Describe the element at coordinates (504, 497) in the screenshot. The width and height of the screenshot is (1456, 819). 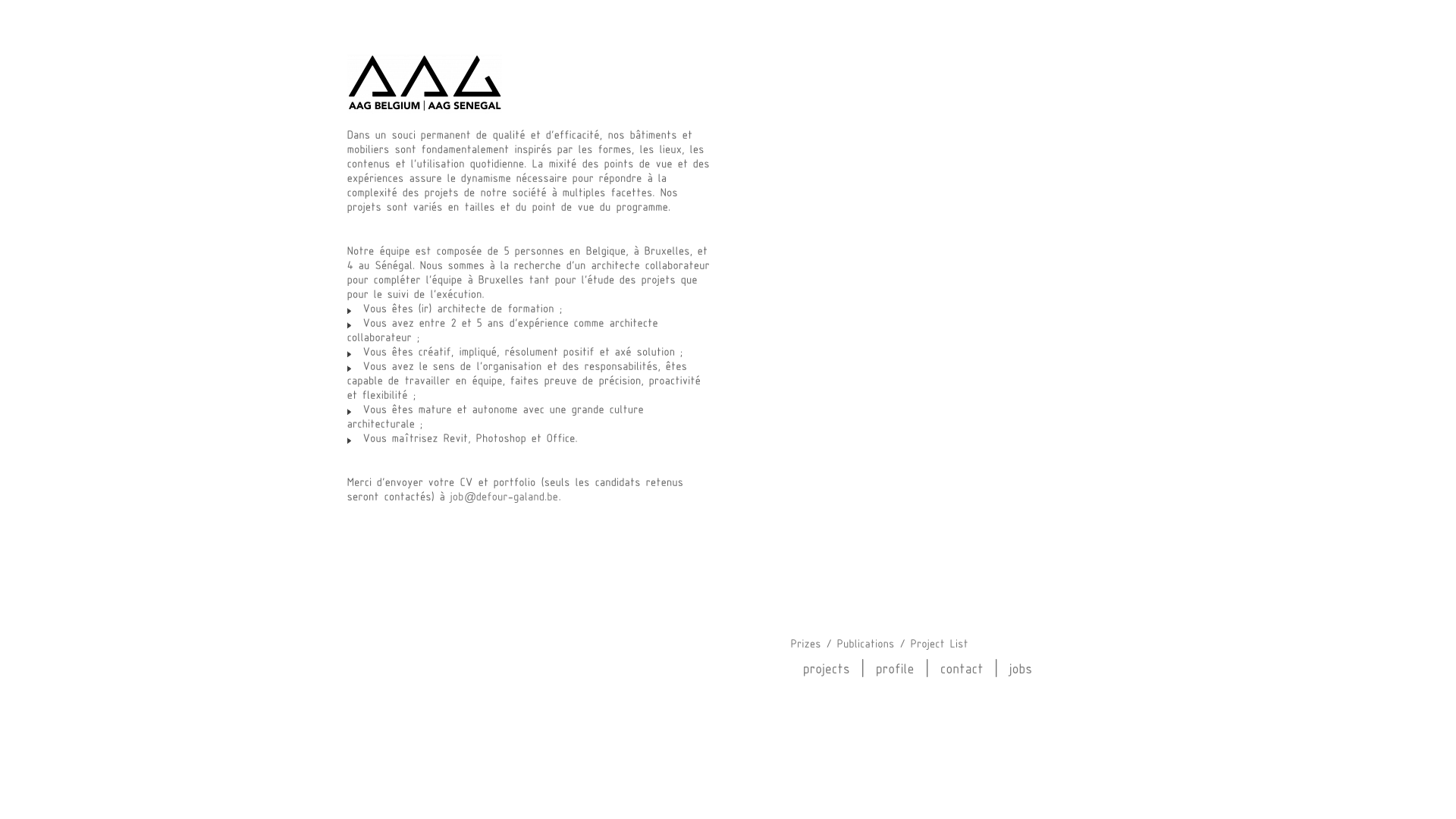
I see `'@'` at that location.